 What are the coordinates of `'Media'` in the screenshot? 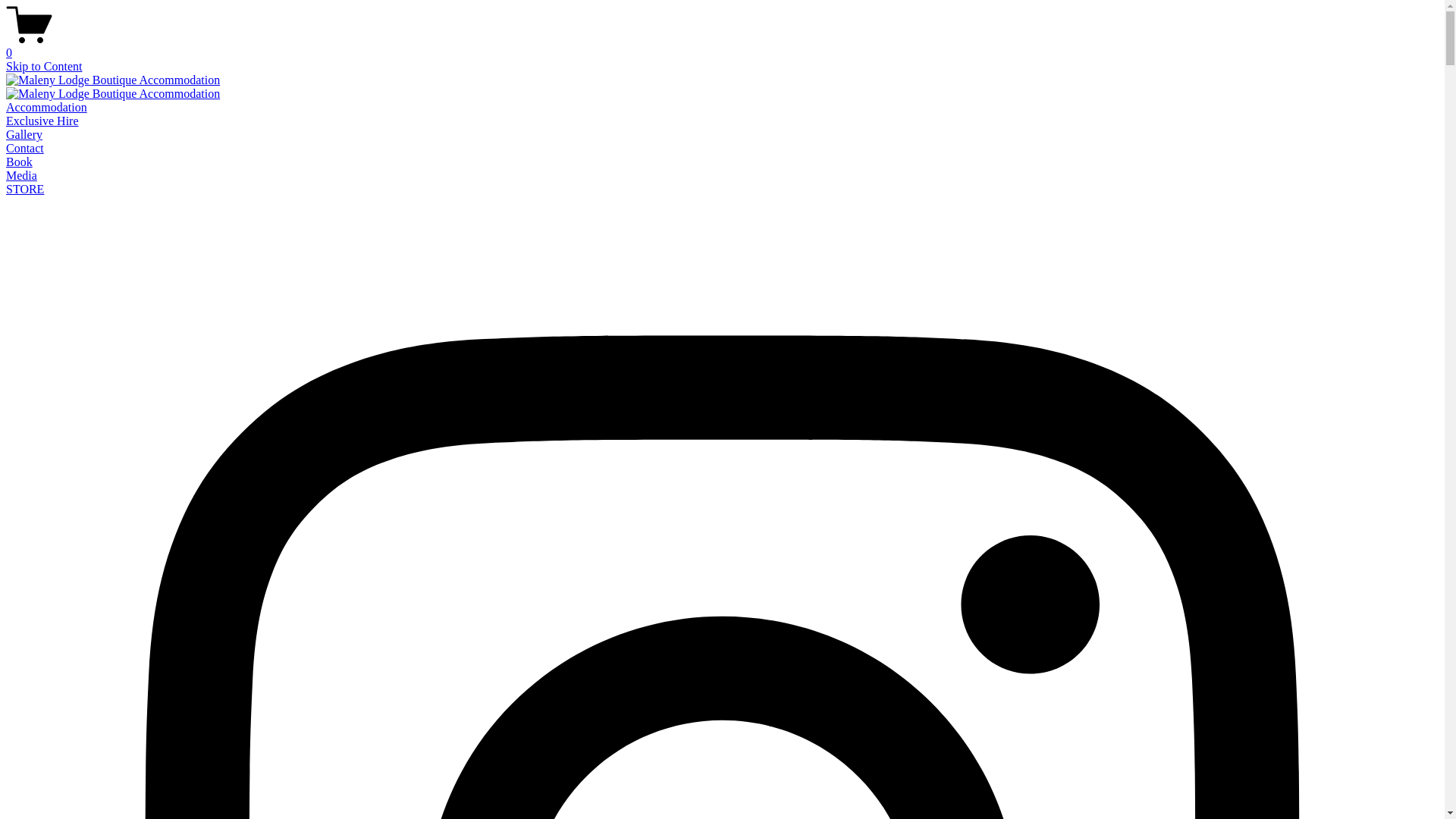 It's located at (21, 174).